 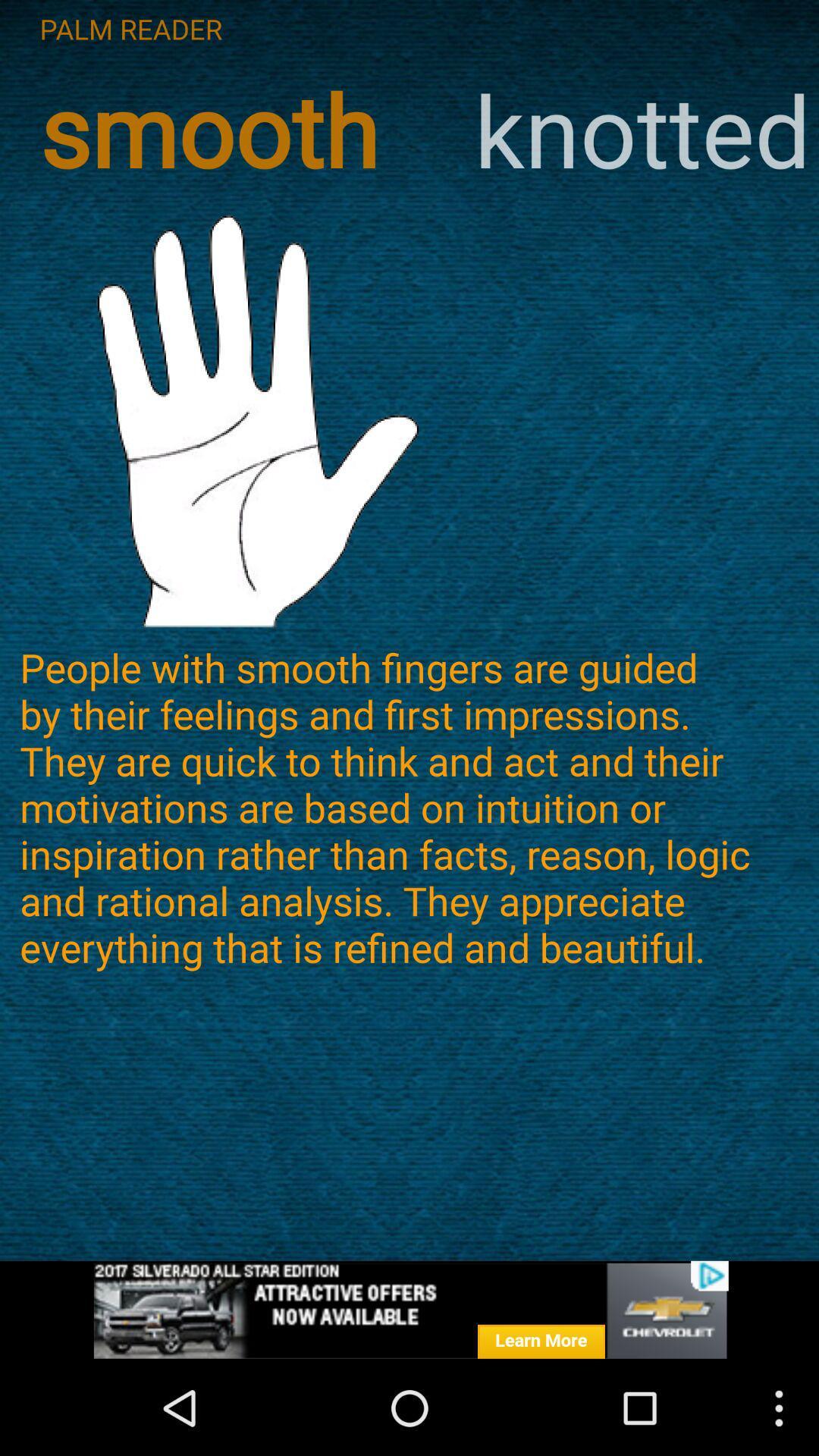 What do you see at coordinates (409, 1310) in the screenshot?
I see `advertisement website` at bounding box center [409, 1310].